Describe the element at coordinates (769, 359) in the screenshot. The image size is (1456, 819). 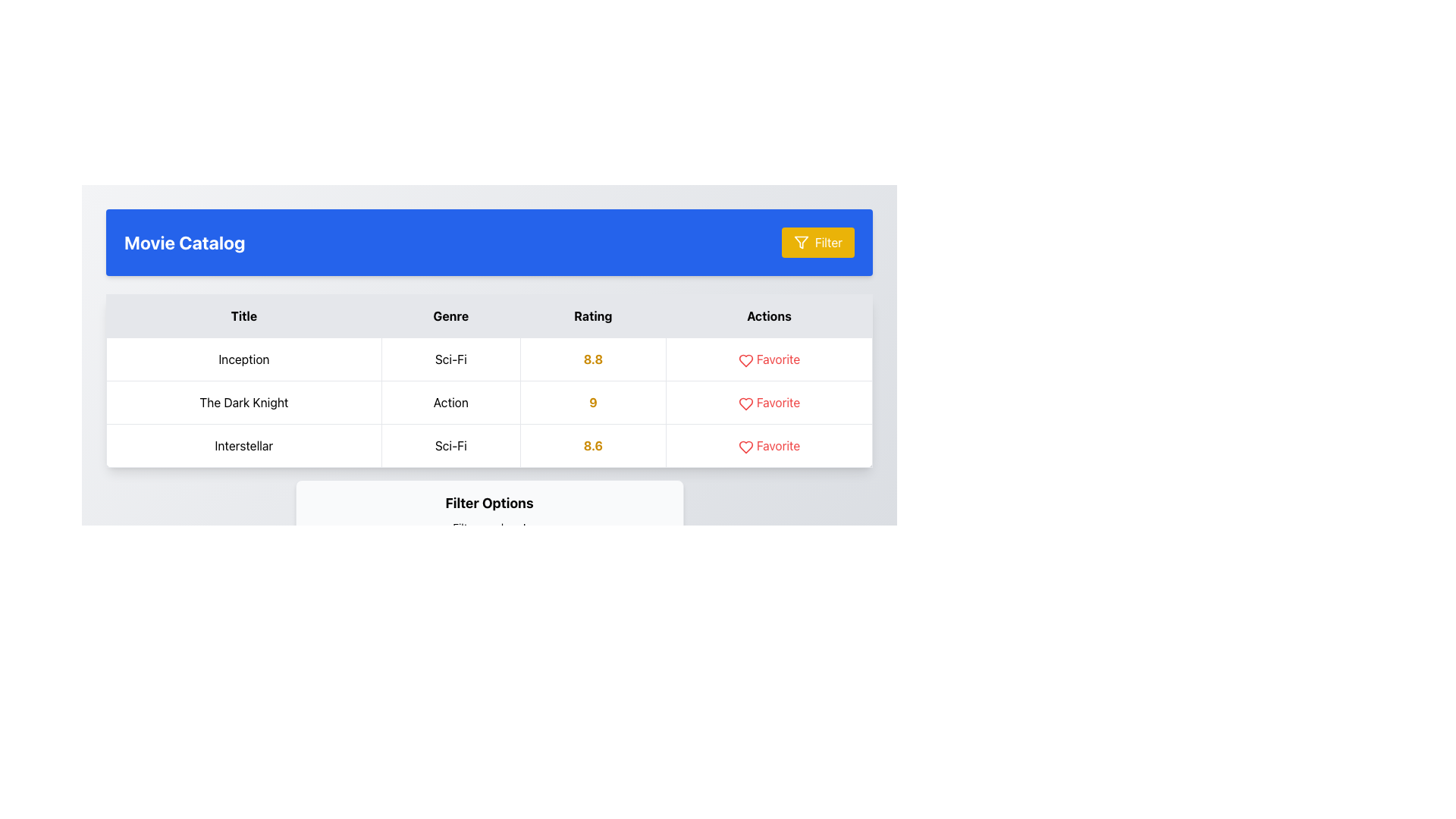
I see `the 'Favorite' text label adjacent to the heart icon to underline it` at that location.